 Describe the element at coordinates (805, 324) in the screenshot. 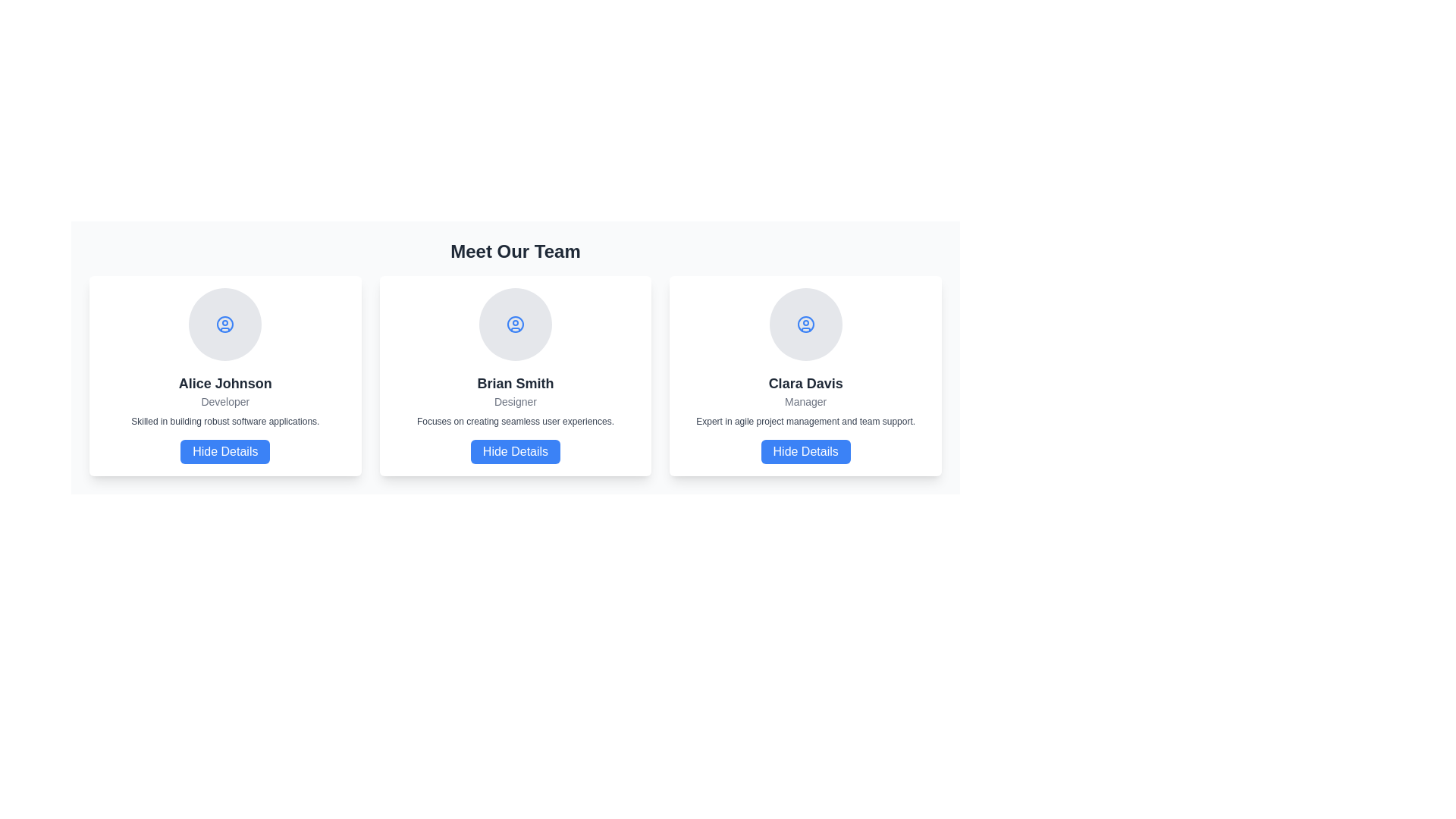

I see `the avatar representing team member Clara Davis, which is positioned at the top center of her card in the 'Meet Our Team' layout` at that location.